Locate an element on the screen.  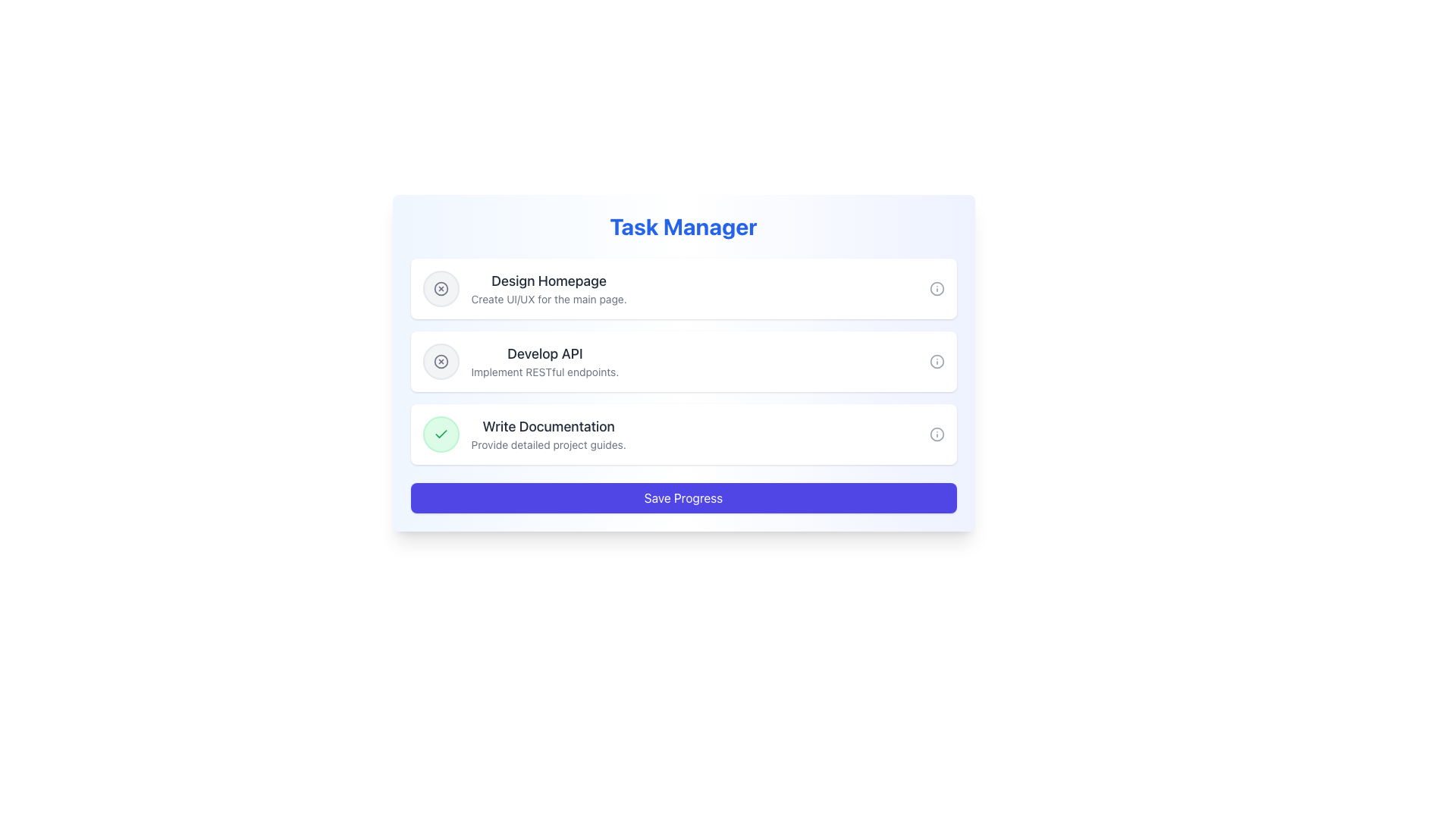
text displayed in the Text Display element titled 'Design Homepage' which contains the subtitle 'Create UI/UX for the main page.' is located at coordinates (548, 289).